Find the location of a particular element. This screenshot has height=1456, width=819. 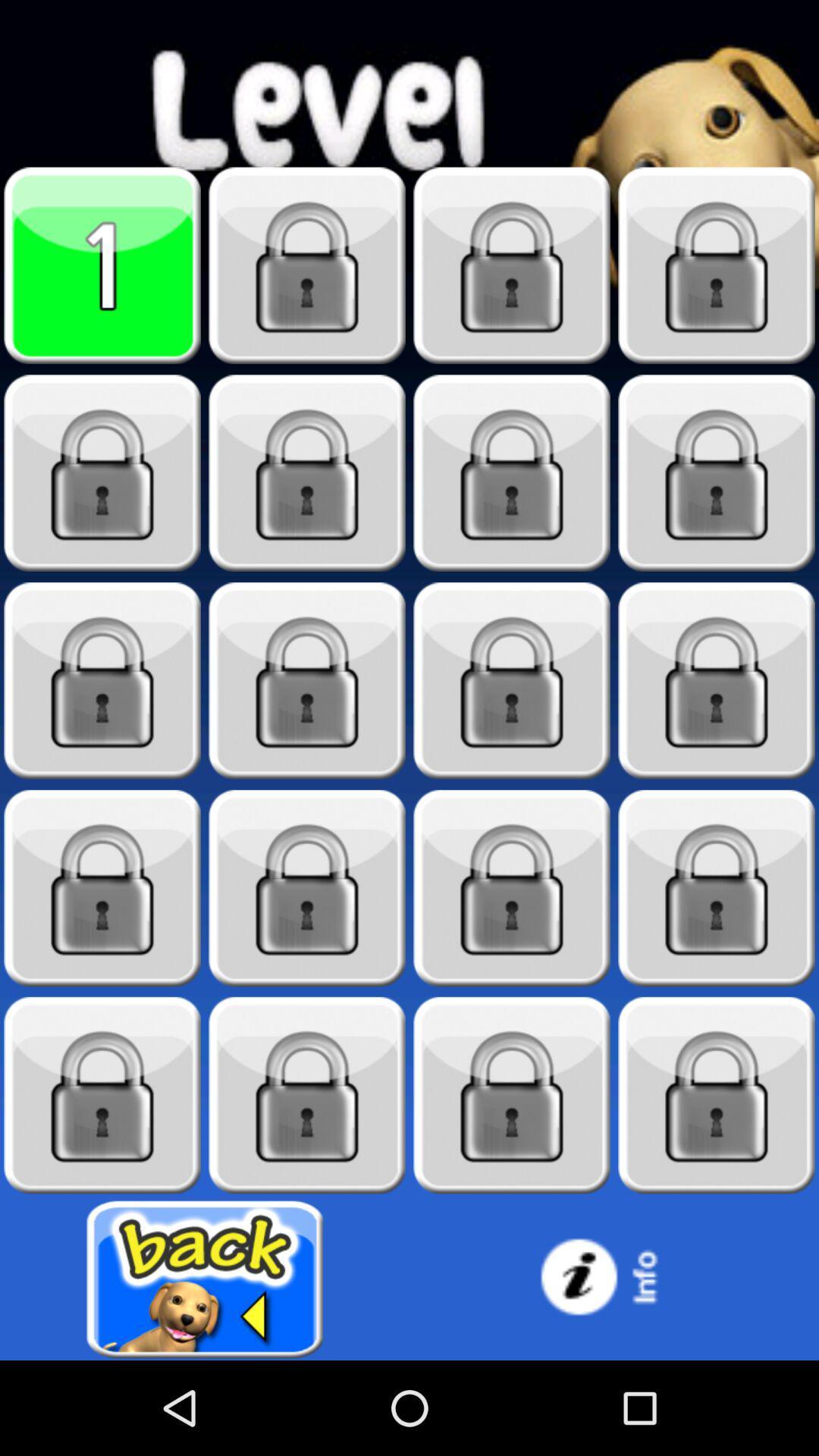

level selection is located at coordinates (717, 680).